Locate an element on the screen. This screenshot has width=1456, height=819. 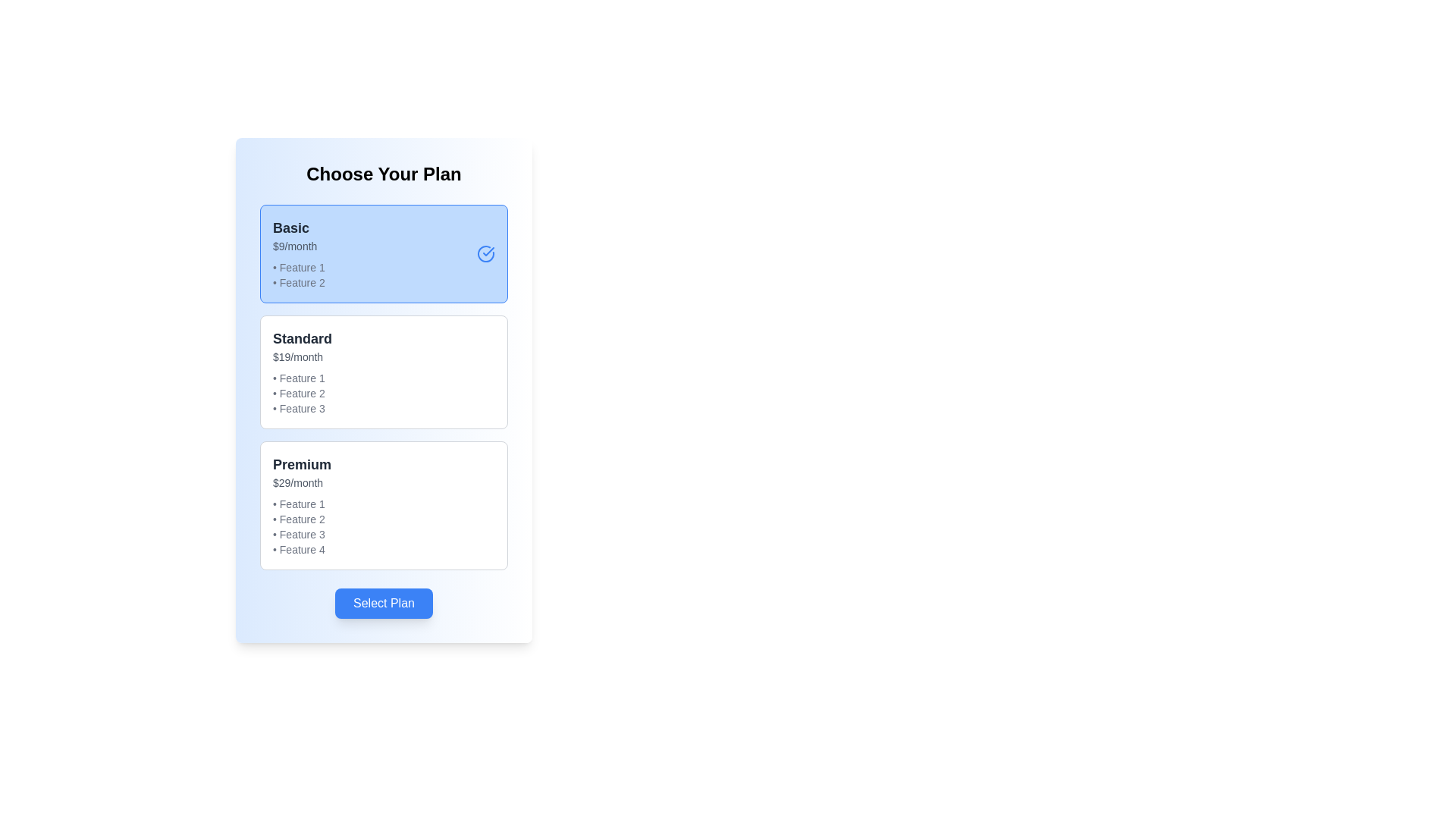
the subscription selection button located at the bottom of the card layout for the Premium plan is located at coordinates (384, 602).